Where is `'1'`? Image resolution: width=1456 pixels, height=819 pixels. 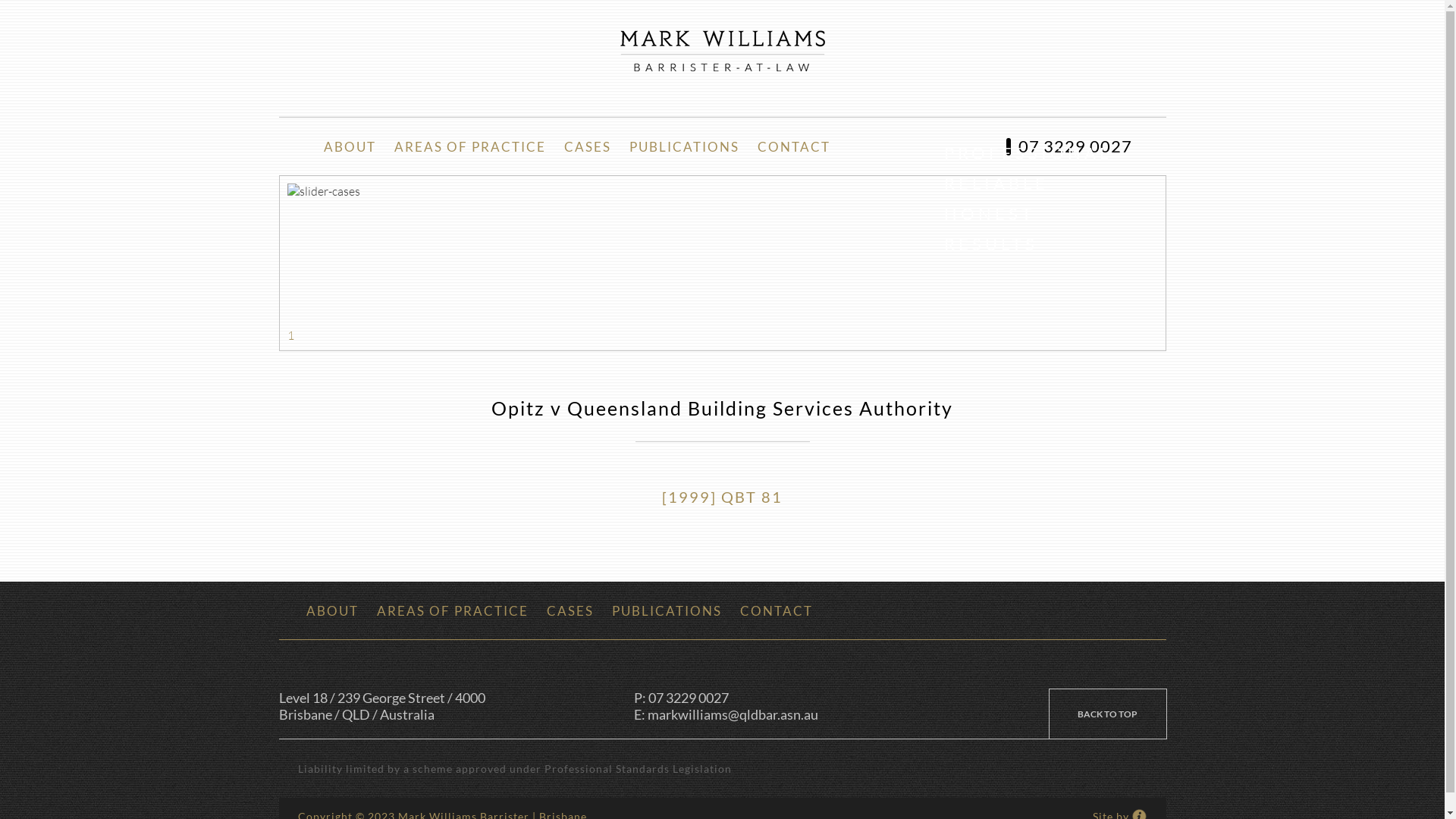
'1' is located at coordinates (290, 334).